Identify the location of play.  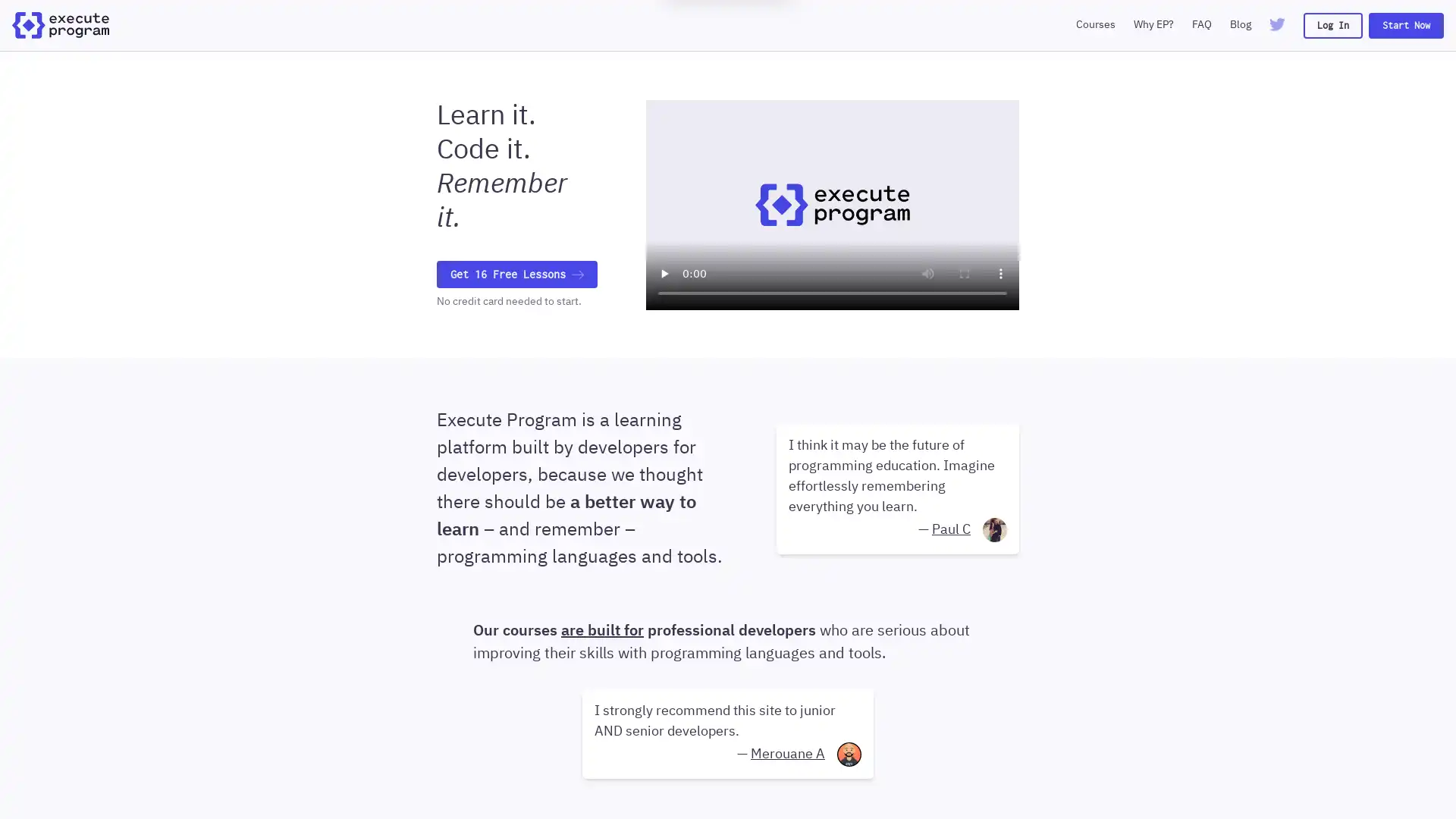
(664, 271).